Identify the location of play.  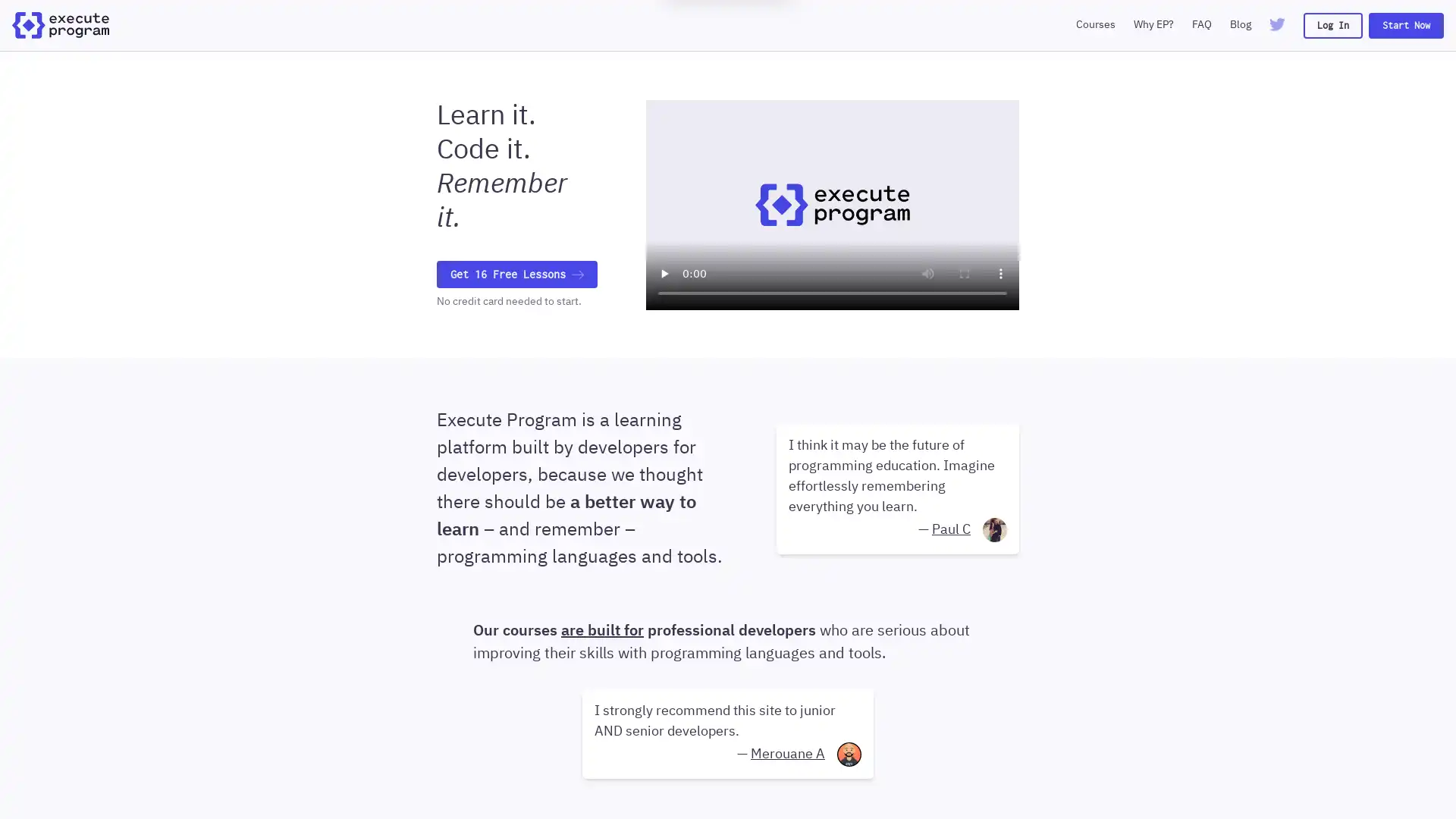
(664, 271).